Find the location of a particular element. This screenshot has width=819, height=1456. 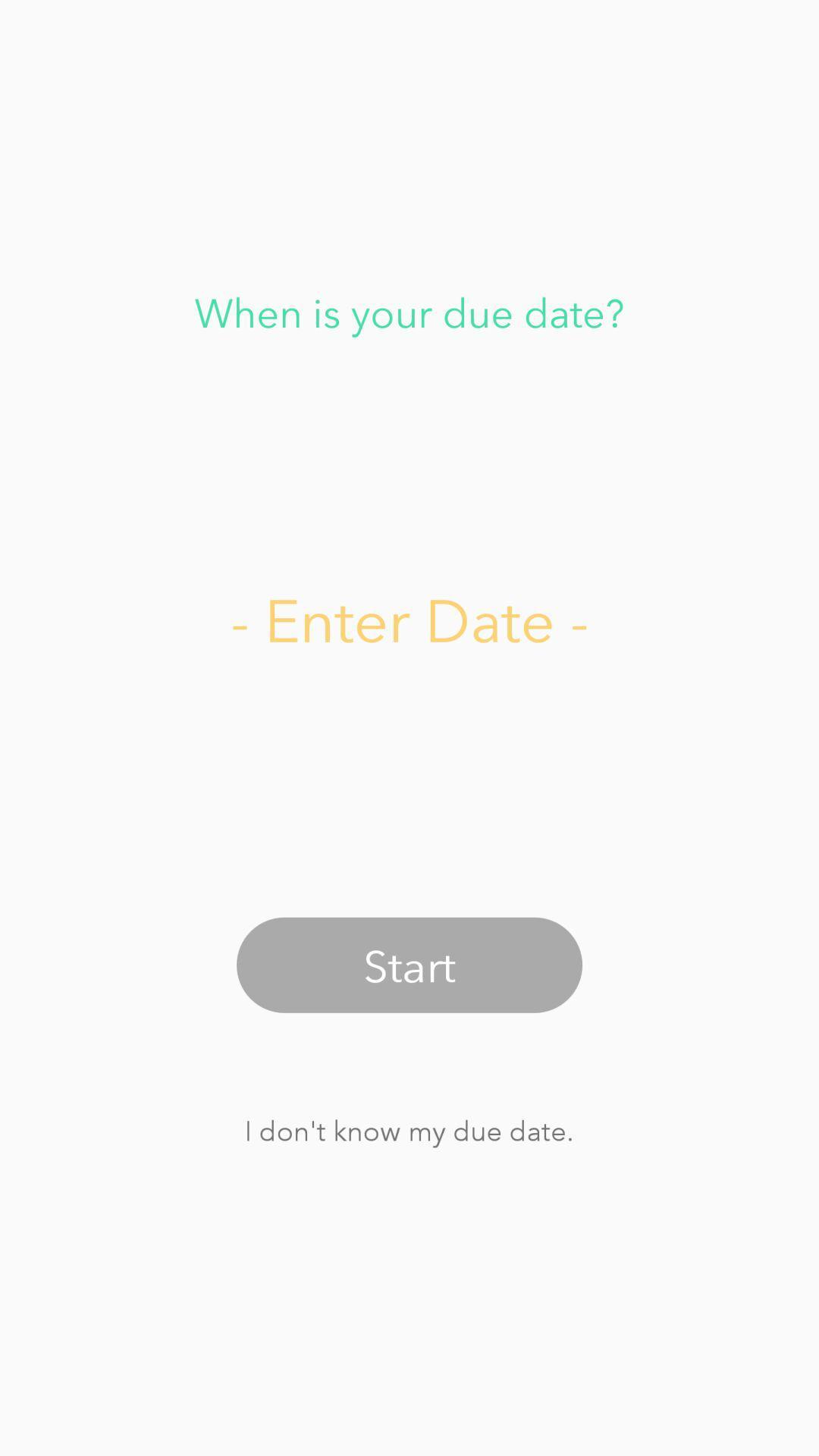

start is located at coordinates (409, 964).